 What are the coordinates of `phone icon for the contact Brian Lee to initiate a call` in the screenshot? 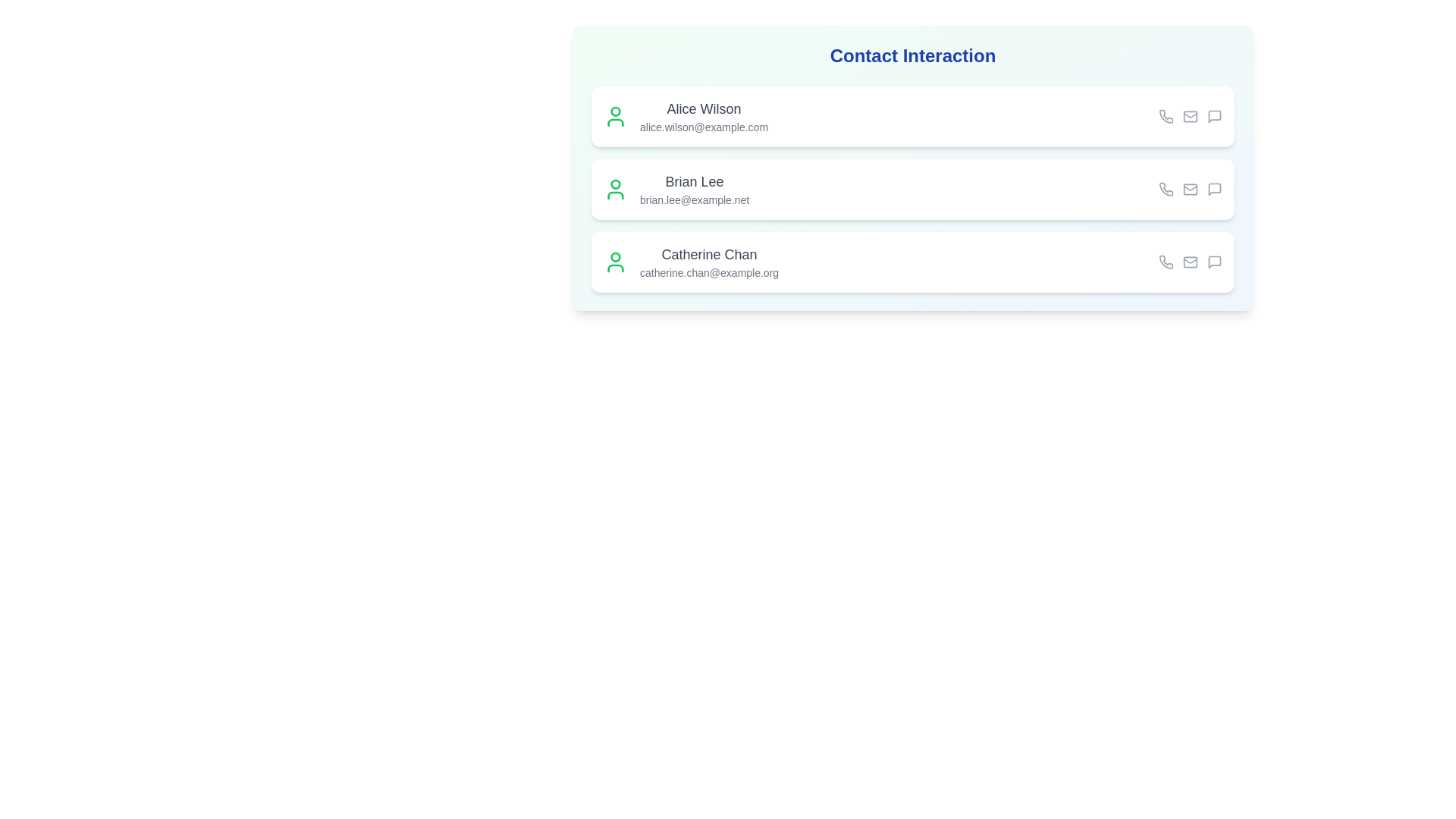 It's located at (1165, 189).